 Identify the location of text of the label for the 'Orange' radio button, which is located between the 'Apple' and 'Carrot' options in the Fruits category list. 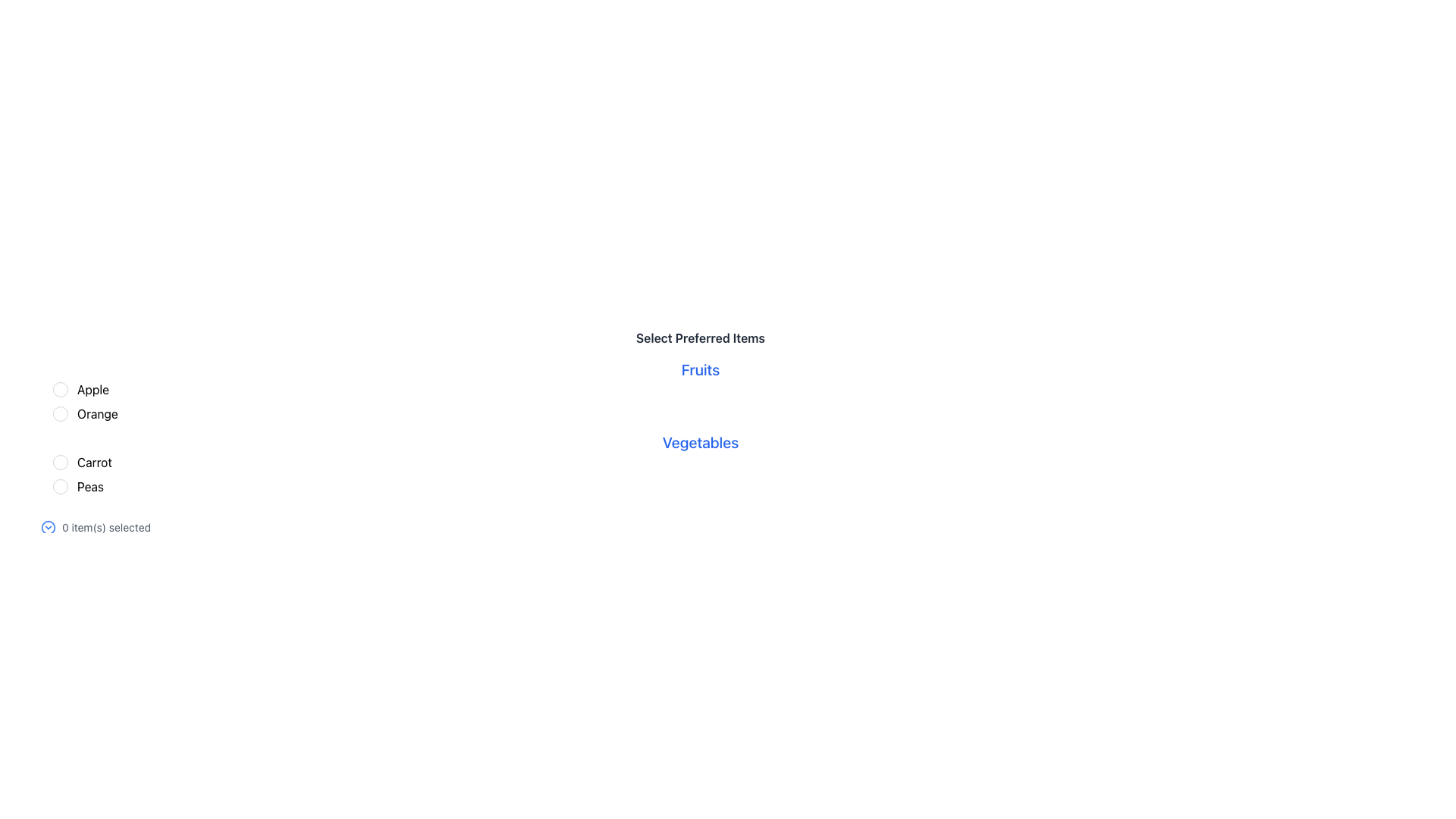
(96, 414).